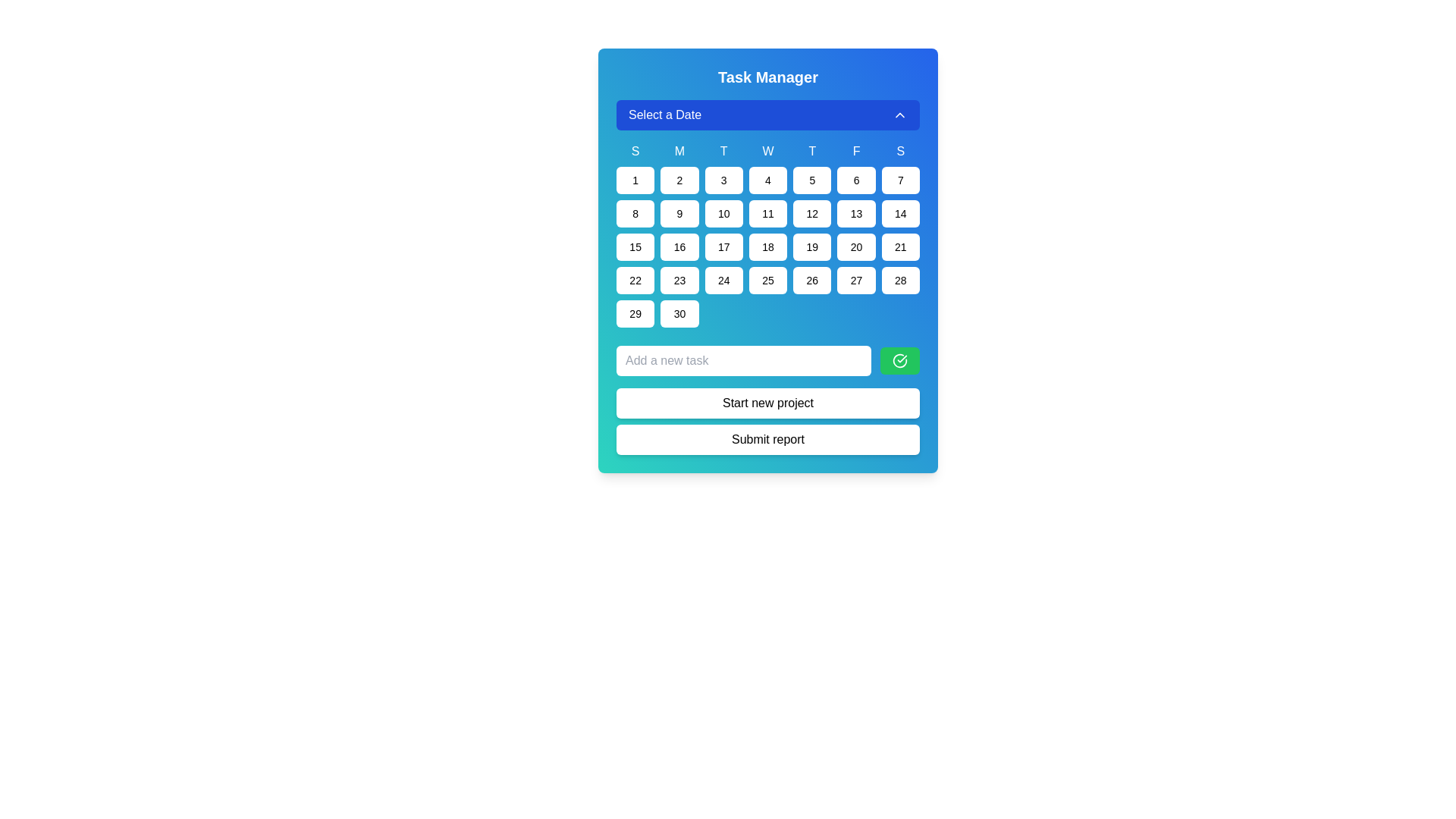  I want to click on the capital 'T' text label in white on a blue gradient background, which is the fifth item in the row of week labels in the calendar section, so click(811, 152).